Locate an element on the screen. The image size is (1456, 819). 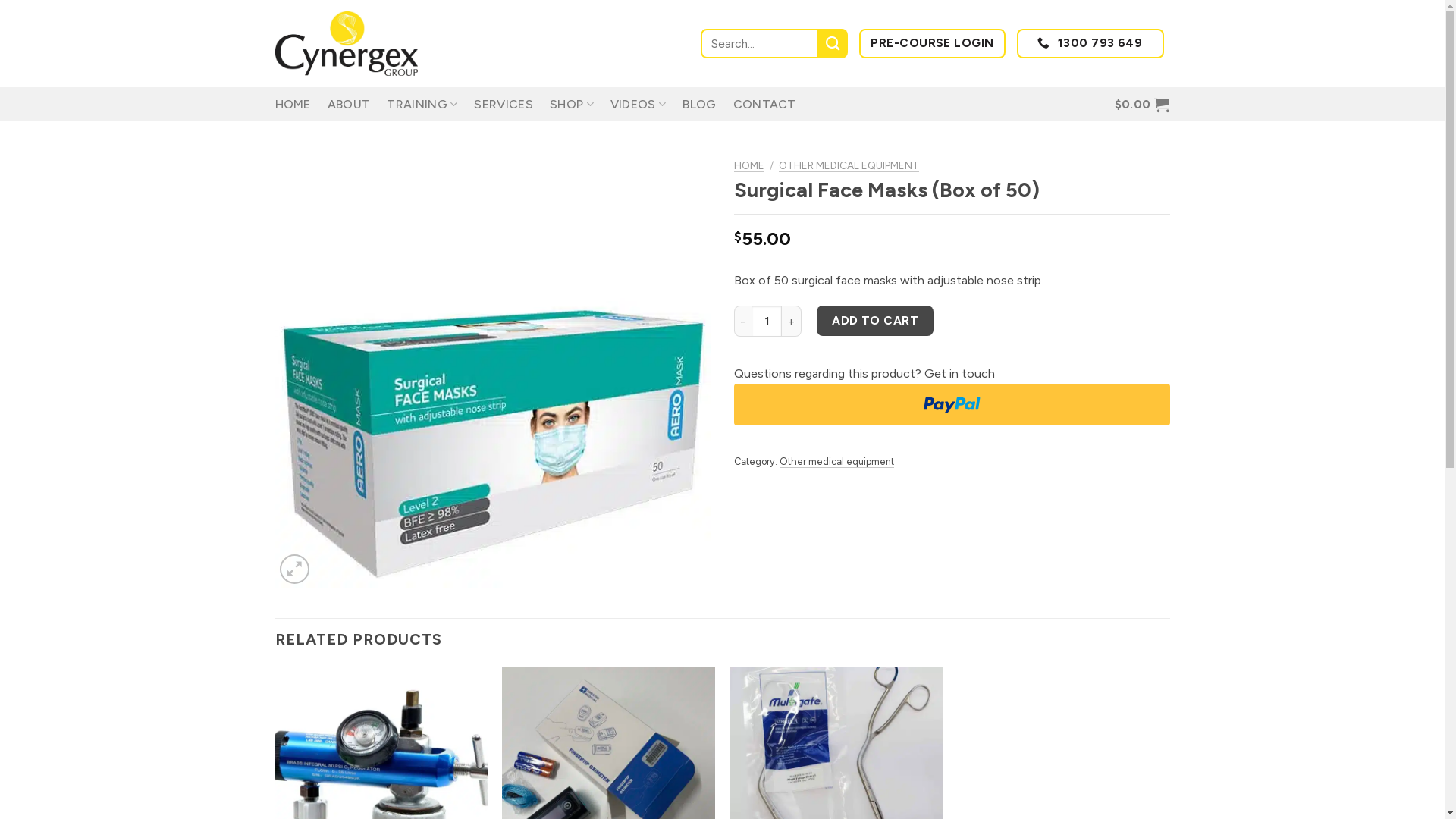
'ABOUT' is located at coordinates (348, 104).